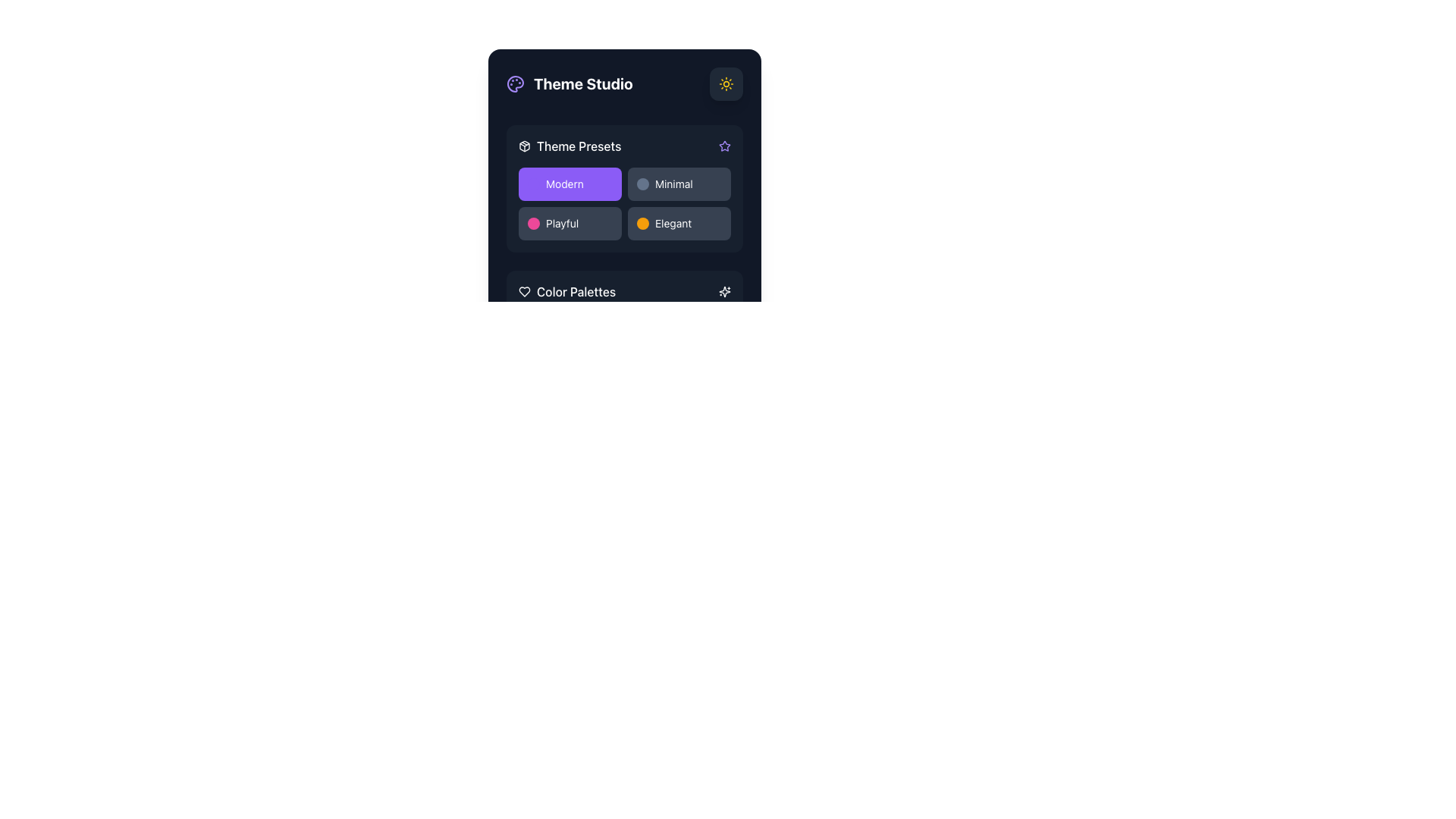 This screenshot has height=819, width=1456. What do you see at coordinates (566, 292) in the screenshot?
I see `the 'Color Palettes' text element with a heart icon, which is part of the Theme Studio section and is the first item in its vertical layout` at bounding box center [566, 292].